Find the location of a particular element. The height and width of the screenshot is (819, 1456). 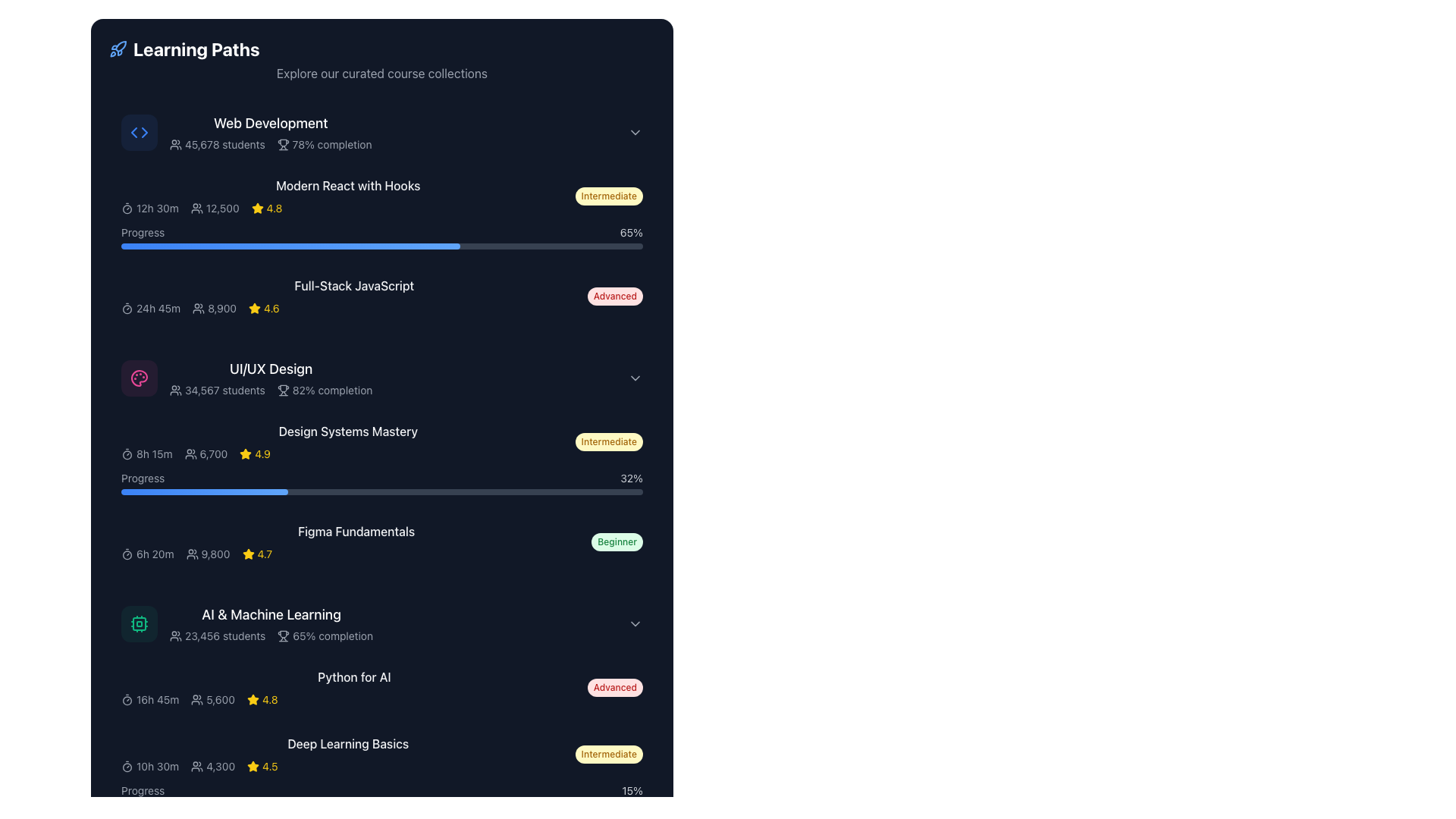

the Text Block with Icon Decorations element displaying 'AI & Machine Learning', located centrally below 'Figma Fundamentals' is located at coordinates (271, 623).